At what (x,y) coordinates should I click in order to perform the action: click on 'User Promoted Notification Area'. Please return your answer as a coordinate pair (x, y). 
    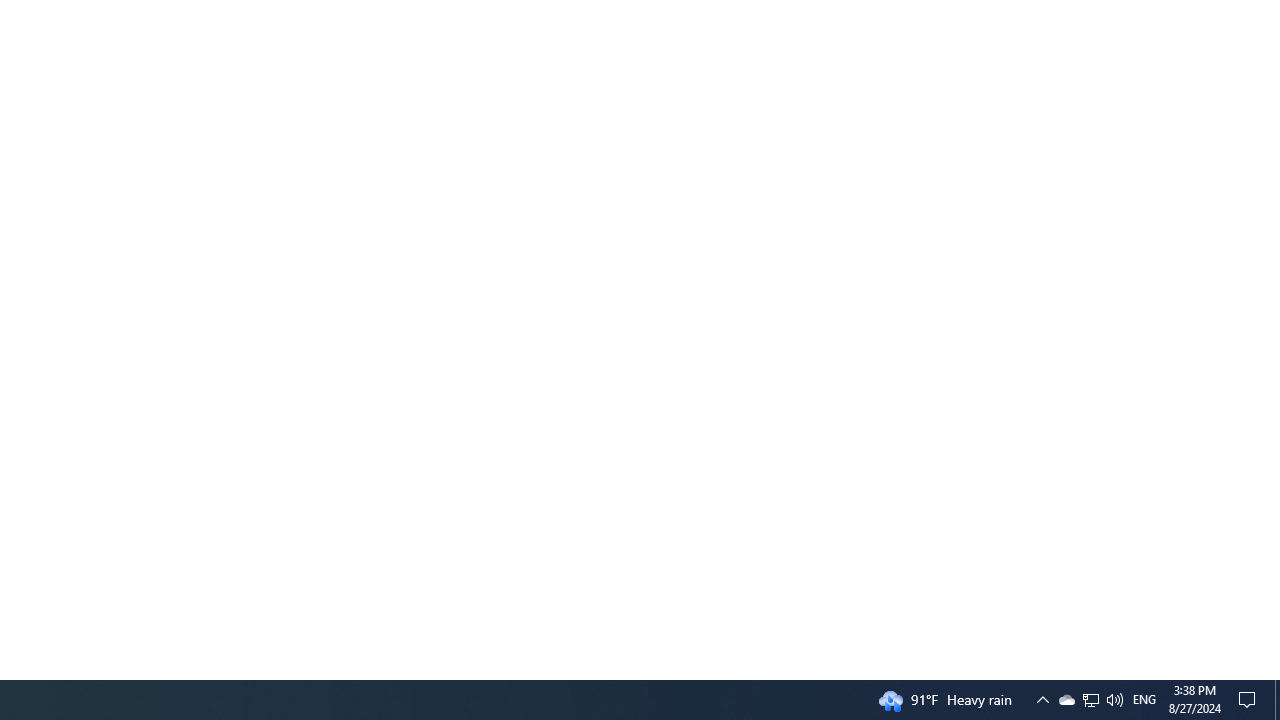
    Looking at the image, I should click on (1089, 698).